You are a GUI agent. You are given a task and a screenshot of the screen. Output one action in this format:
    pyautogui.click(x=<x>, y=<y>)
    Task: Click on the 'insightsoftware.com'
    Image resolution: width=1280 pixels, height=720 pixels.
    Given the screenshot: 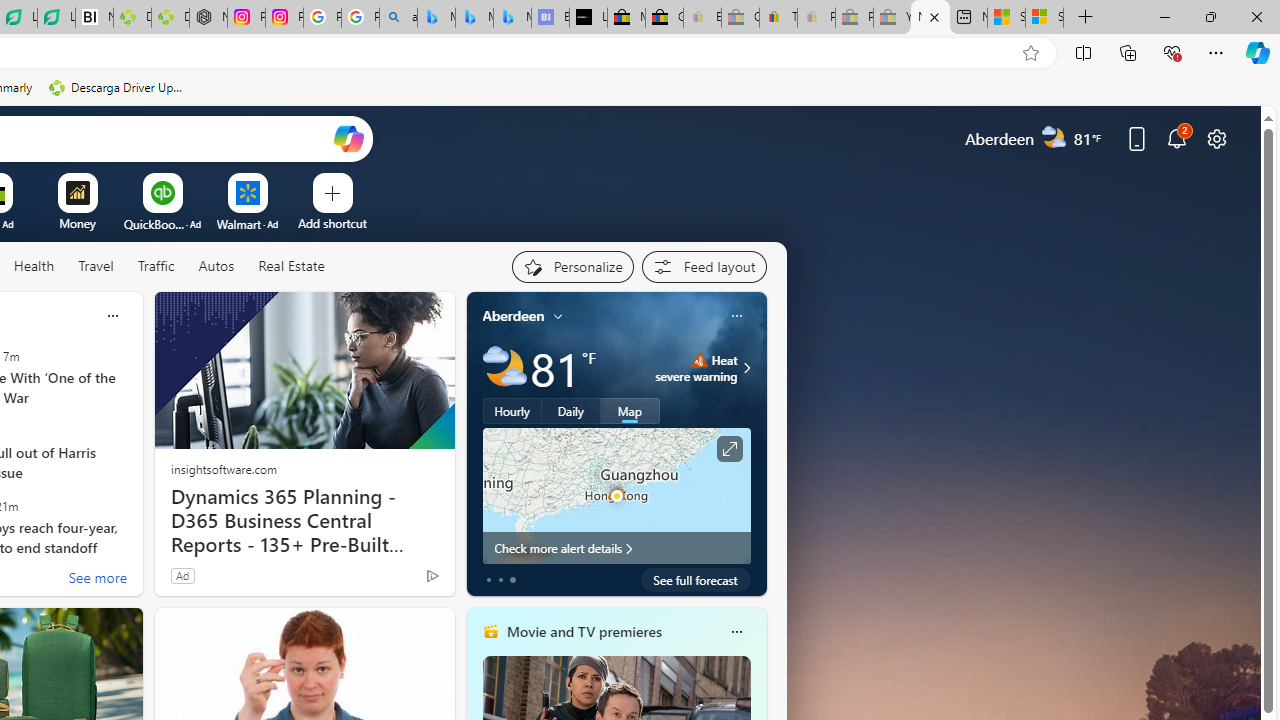 What is the action you would take?
    pyautogui.click(x=223, y=468)
    